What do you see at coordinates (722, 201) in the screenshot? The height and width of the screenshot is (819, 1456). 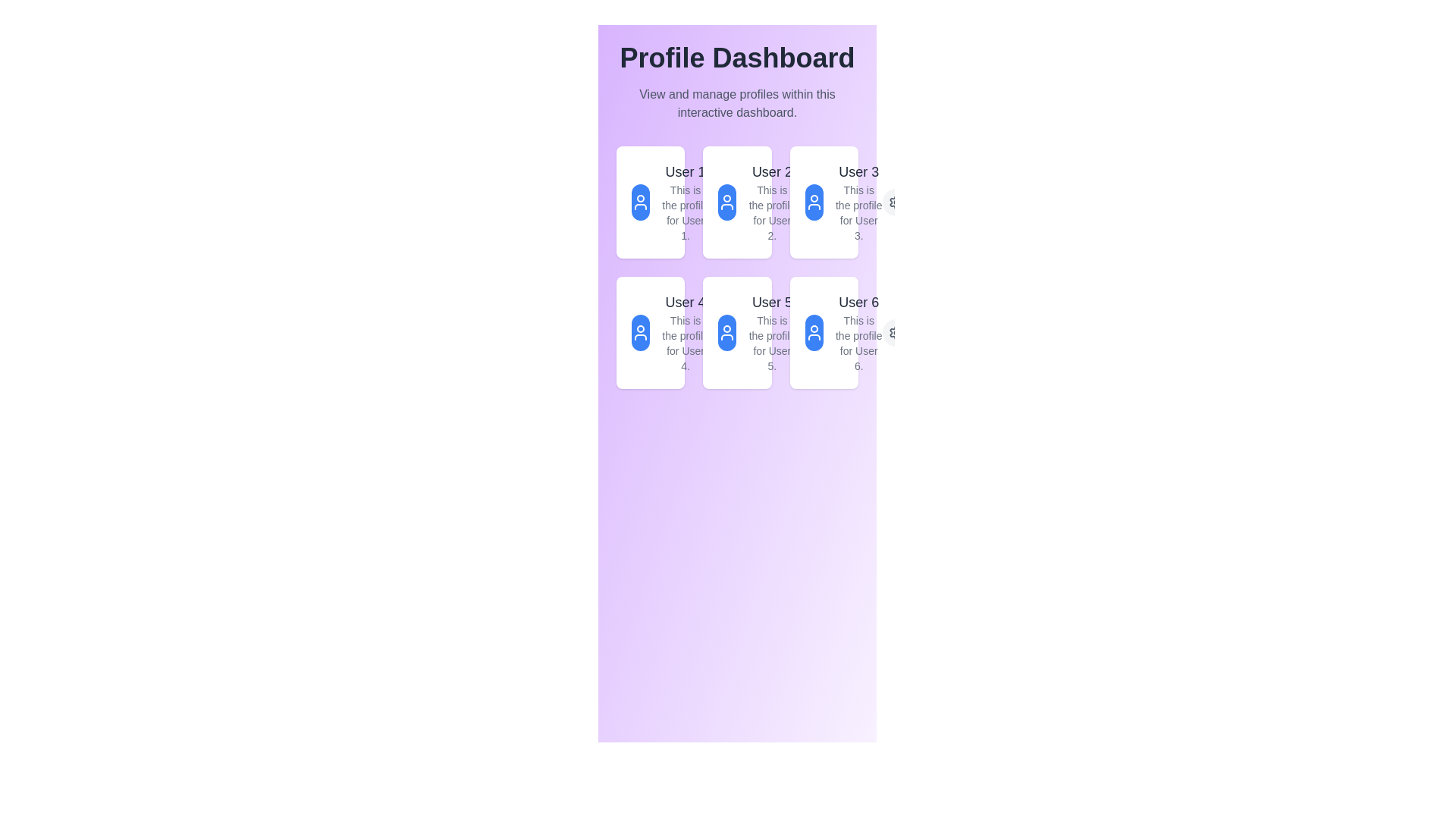 I see `the gear icon button for settings located in the top row, second card from the left` at bounding box center [722, 201].